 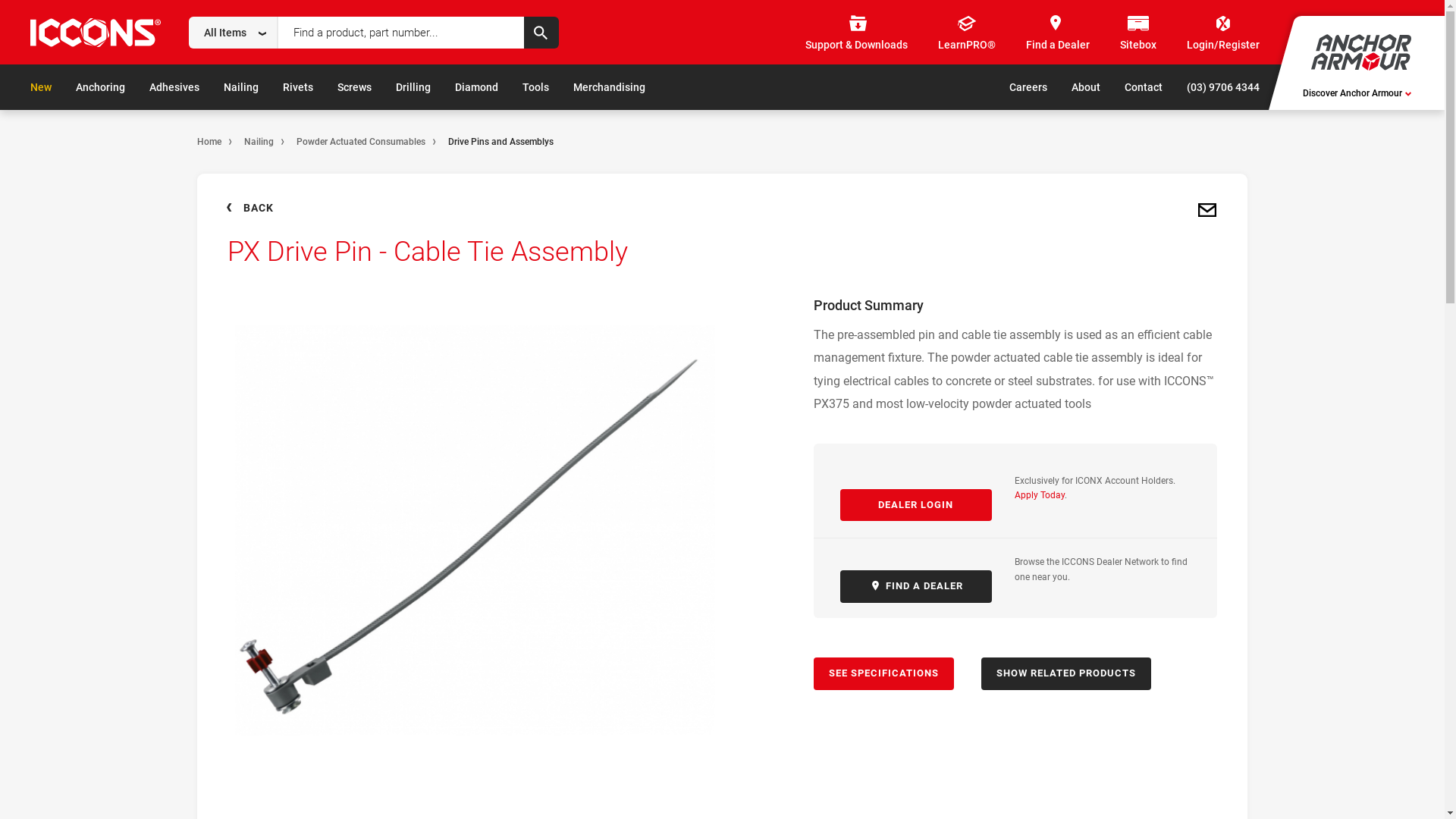 I want to click on 'Tools', so click(x=522, y=87).